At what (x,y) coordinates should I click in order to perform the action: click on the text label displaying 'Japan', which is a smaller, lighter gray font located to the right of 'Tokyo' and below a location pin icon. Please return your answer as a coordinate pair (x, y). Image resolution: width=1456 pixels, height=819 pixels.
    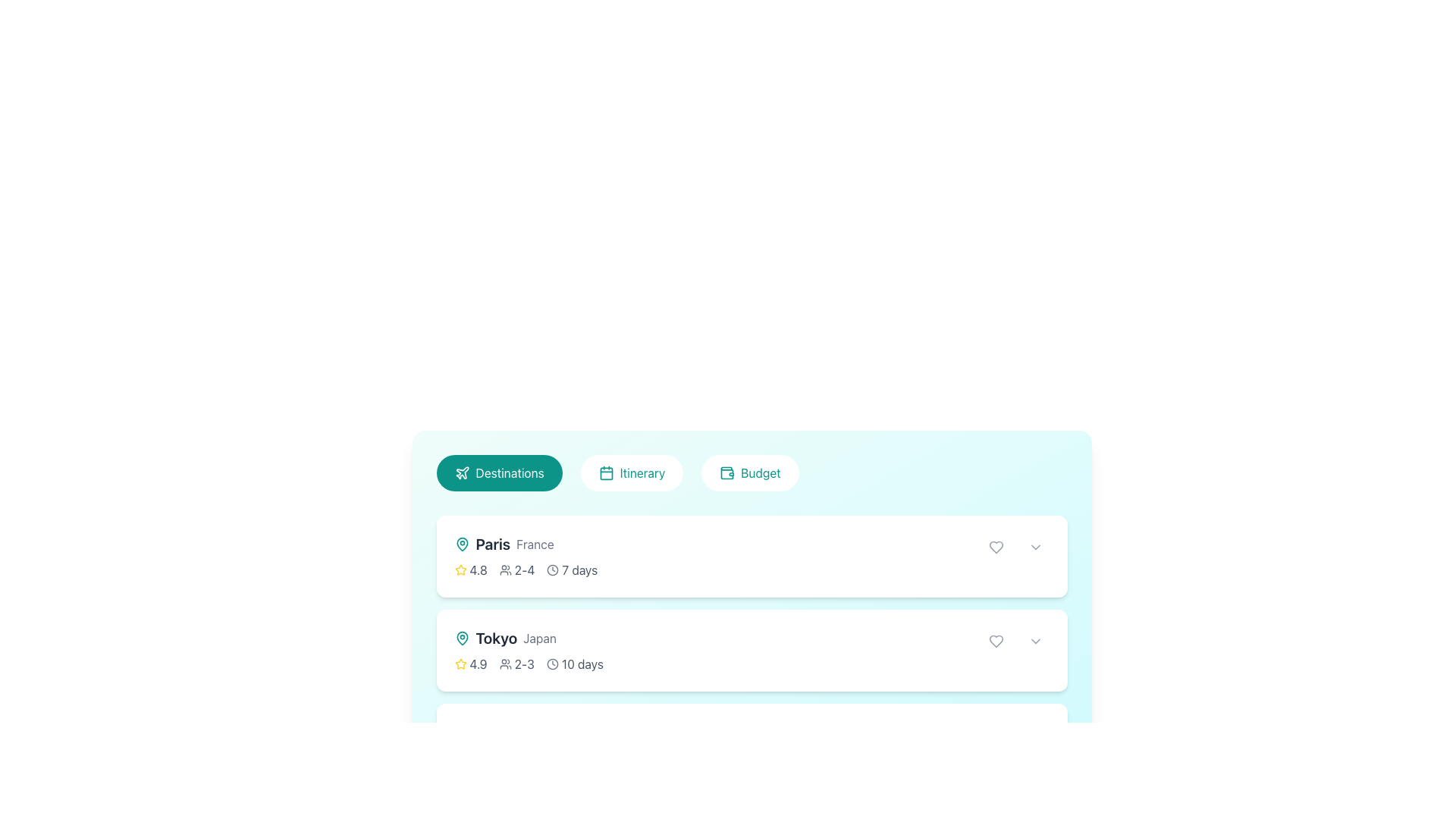
    Looking at the image, I should click on (540, 638).